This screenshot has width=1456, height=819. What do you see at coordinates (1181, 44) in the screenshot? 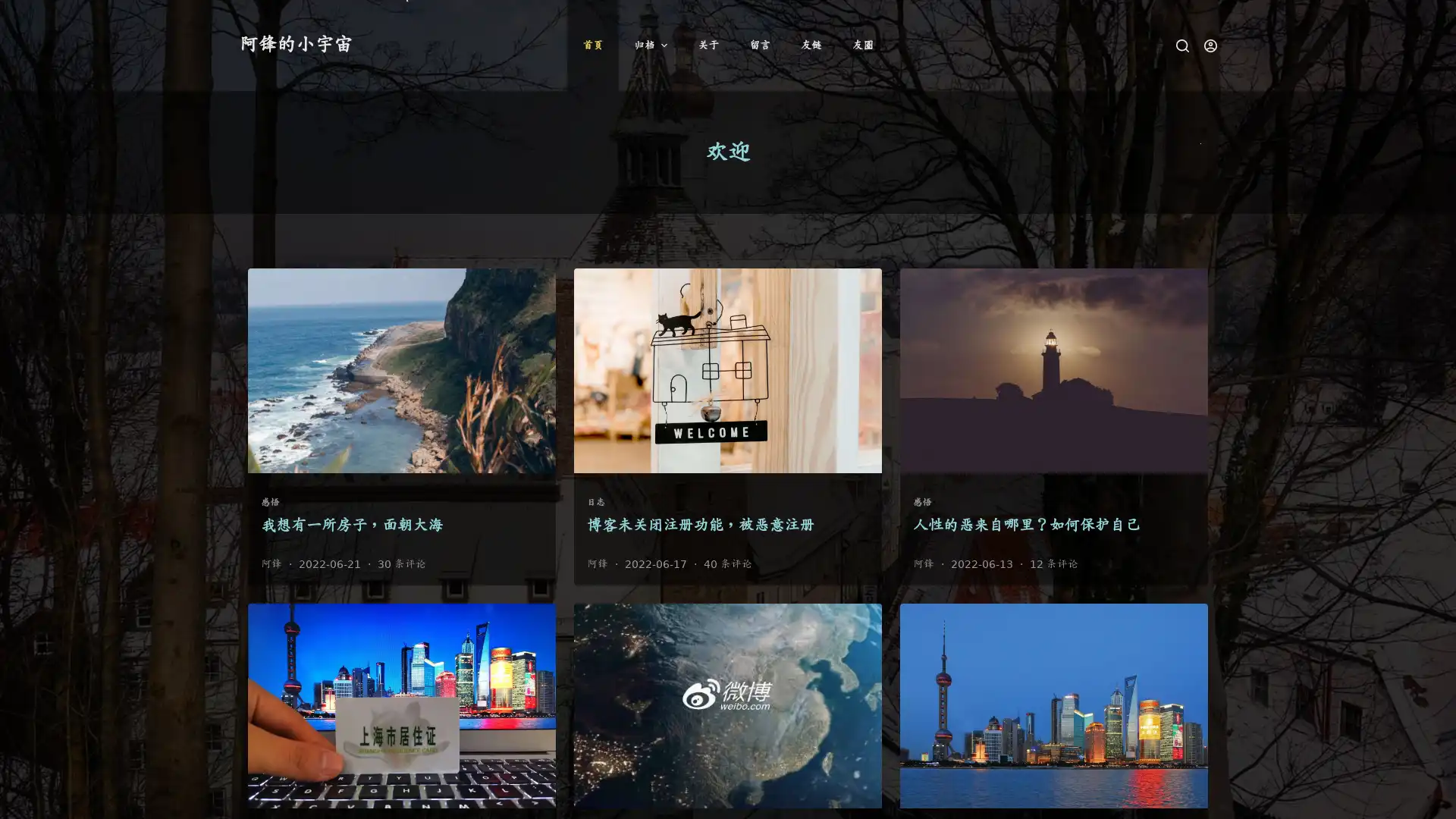
I see `Open search form` at bounding box center [1181, 44].